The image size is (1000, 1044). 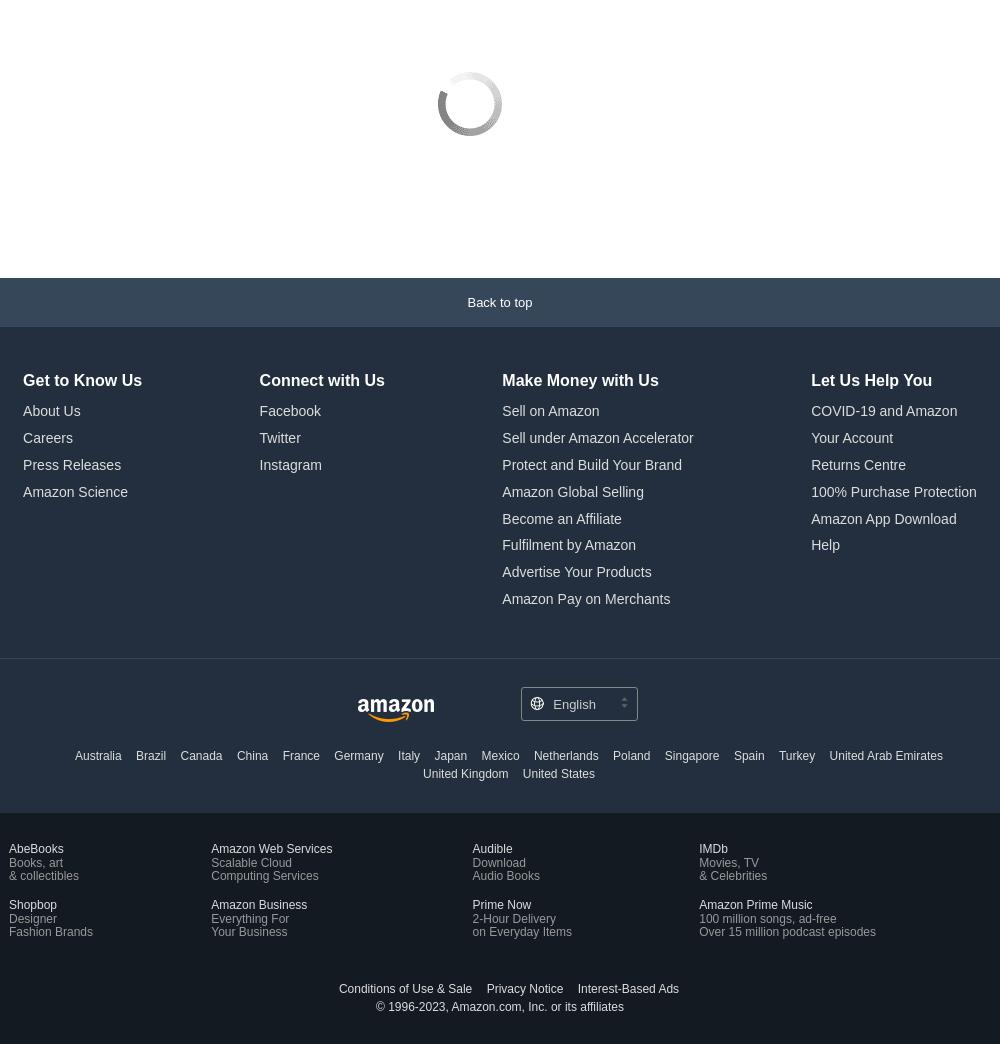 I want to click on 'Audible', so click(x=471, y=847).